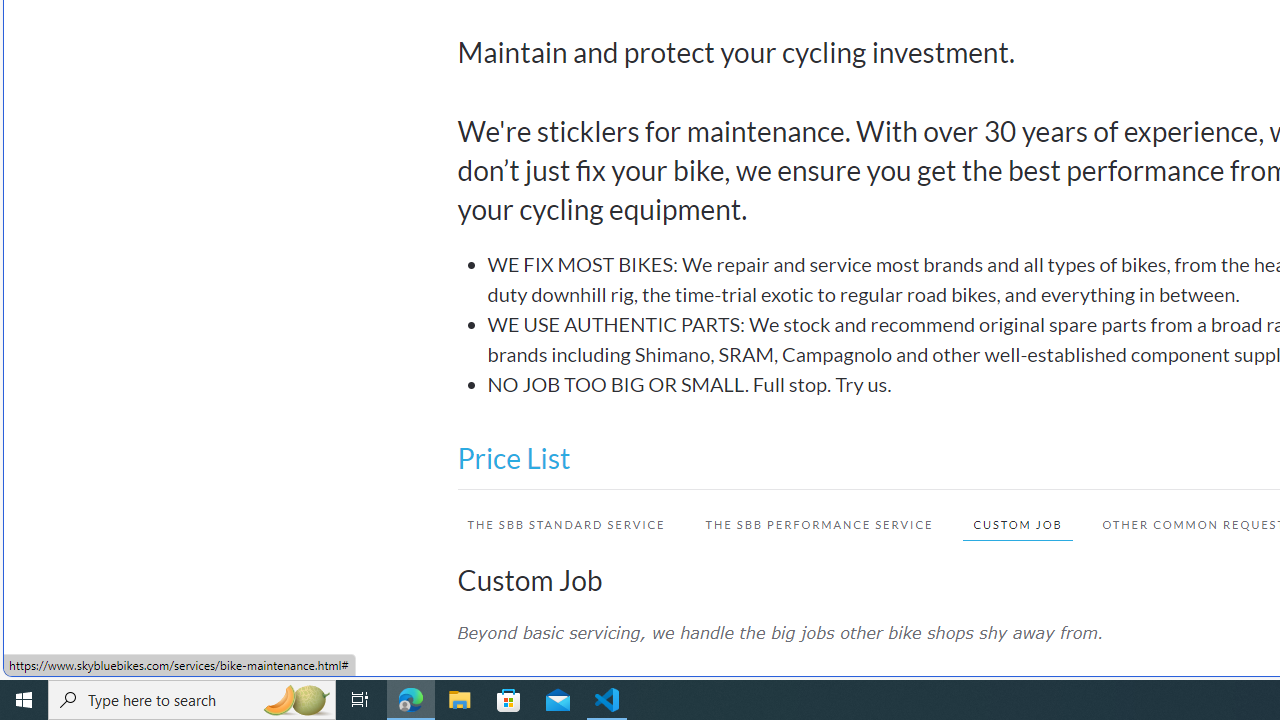  What do you see at coordinates (819, 523) in the screenshot?
I see `'THE SBB PERFORMANCE SERVICE'` at bounding box center [819, 523].